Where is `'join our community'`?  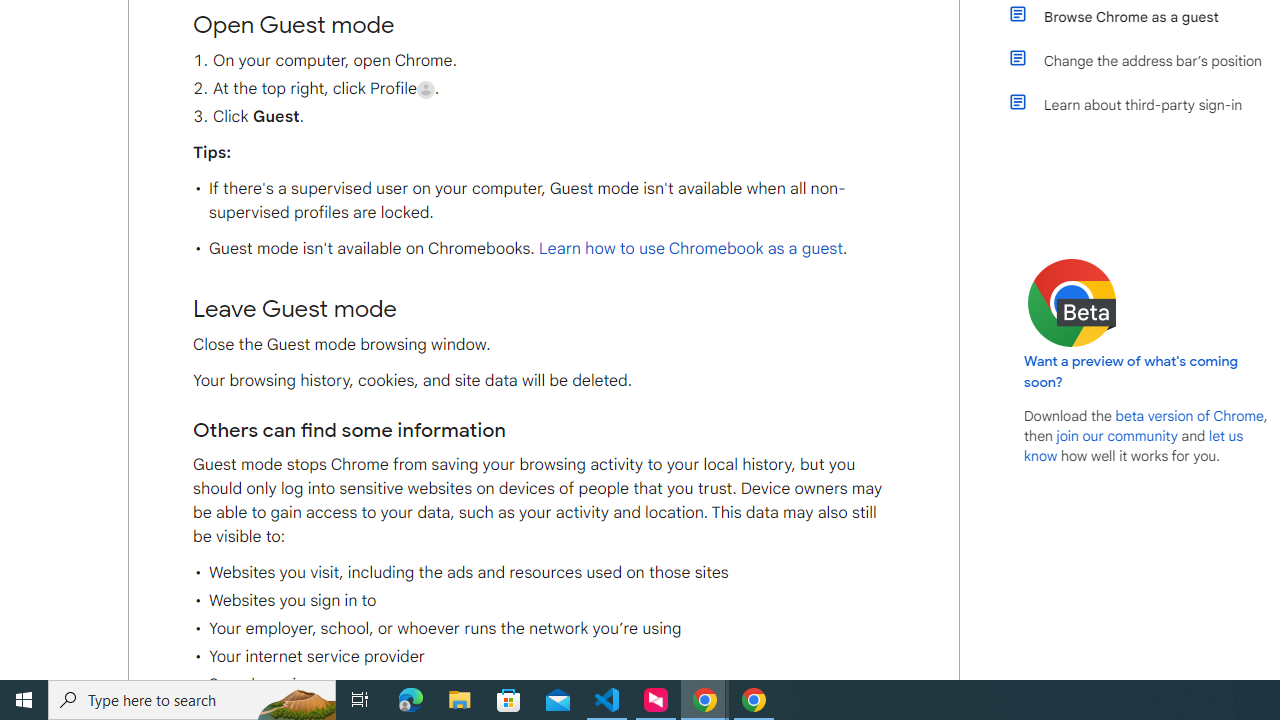 'join our community' is located at coordinates (1115, 434).